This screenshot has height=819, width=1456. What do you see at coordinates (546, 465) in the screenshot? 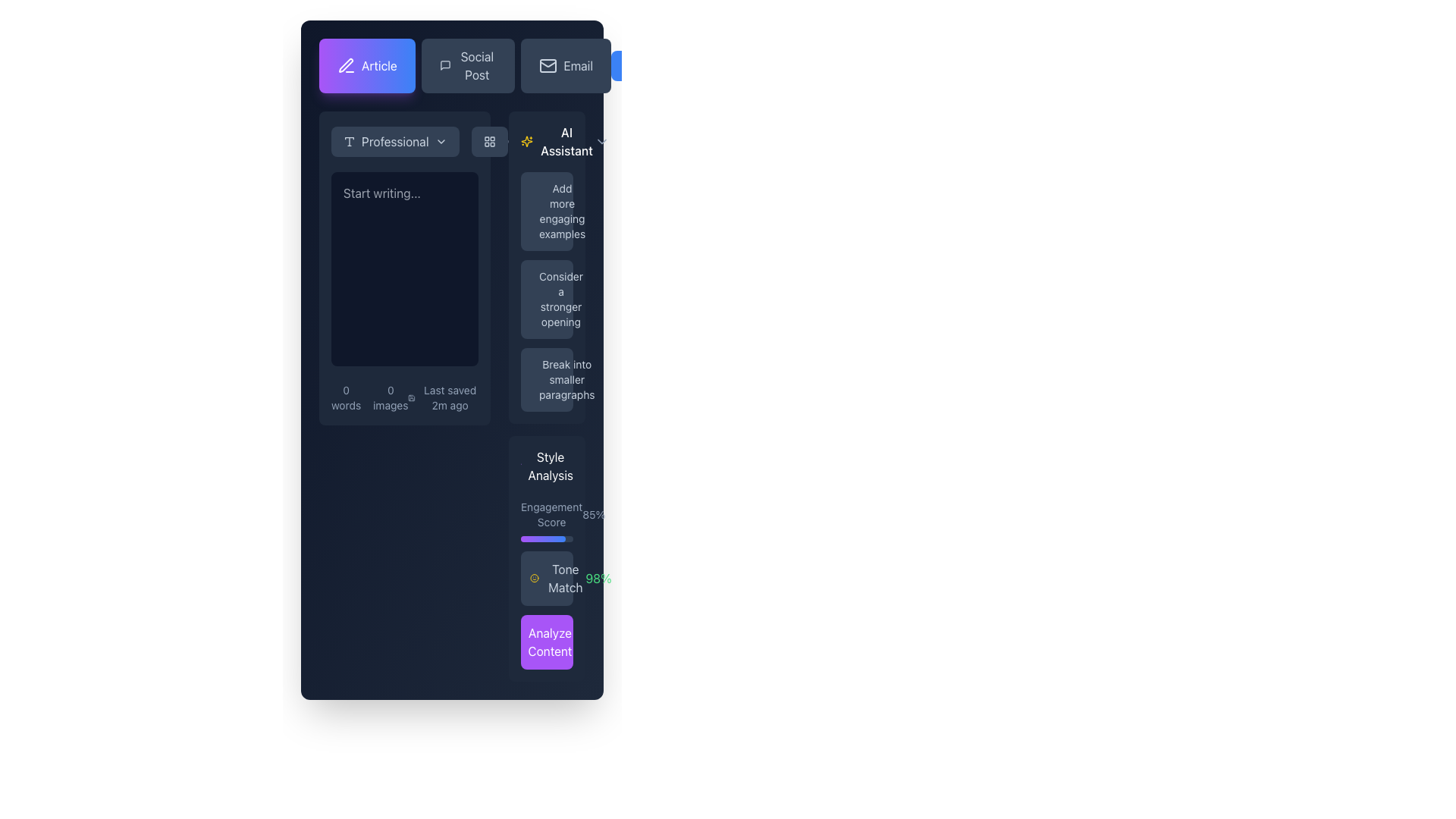
I see `the 'Style Analysis' label which features white text on a dark background and a purple palette icon to the left` at bounding box center [546, 465].